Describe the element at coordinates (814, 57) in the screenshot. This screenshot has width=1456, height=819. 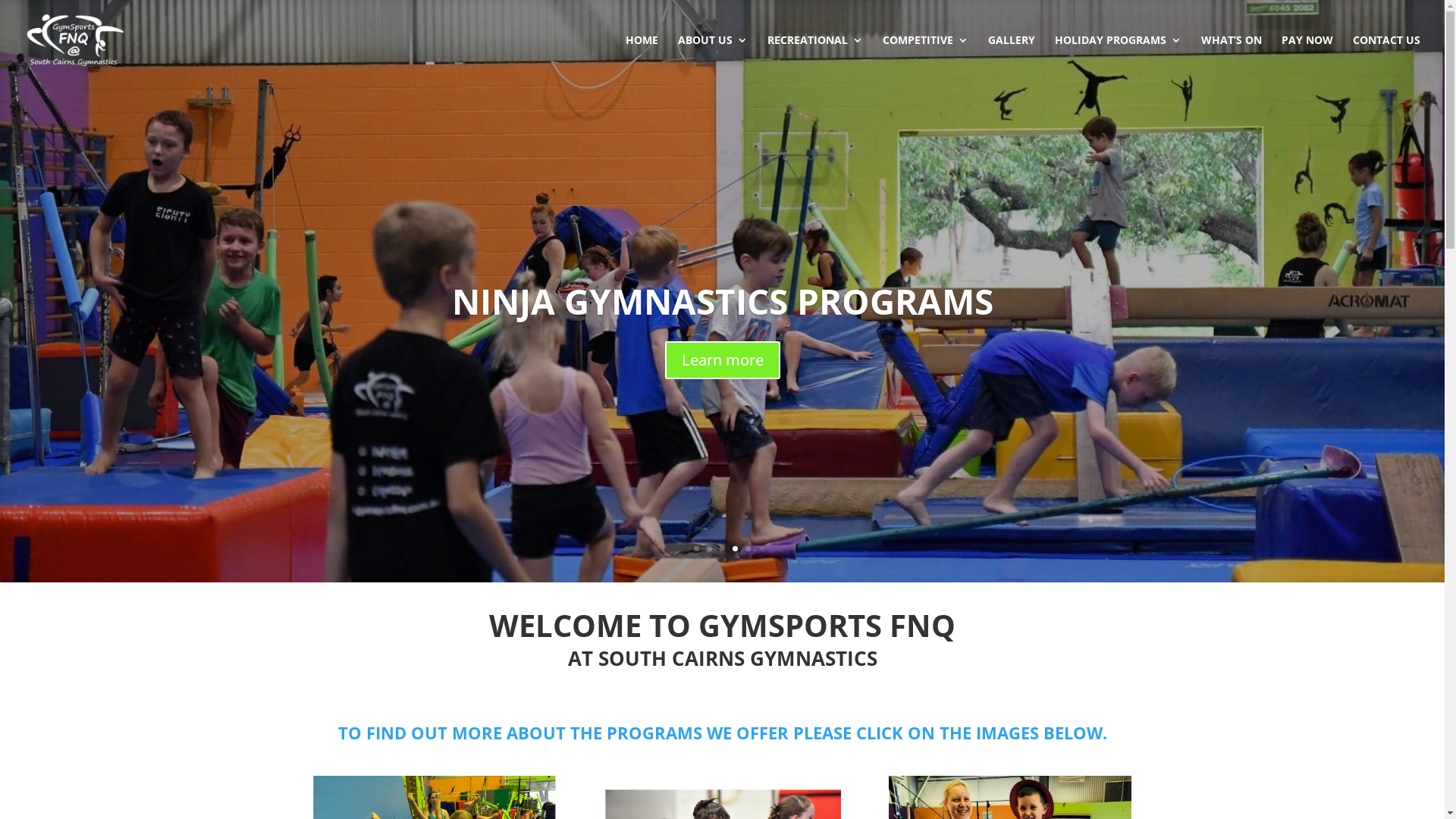
I see `'RECREATIONAL'` at that location.